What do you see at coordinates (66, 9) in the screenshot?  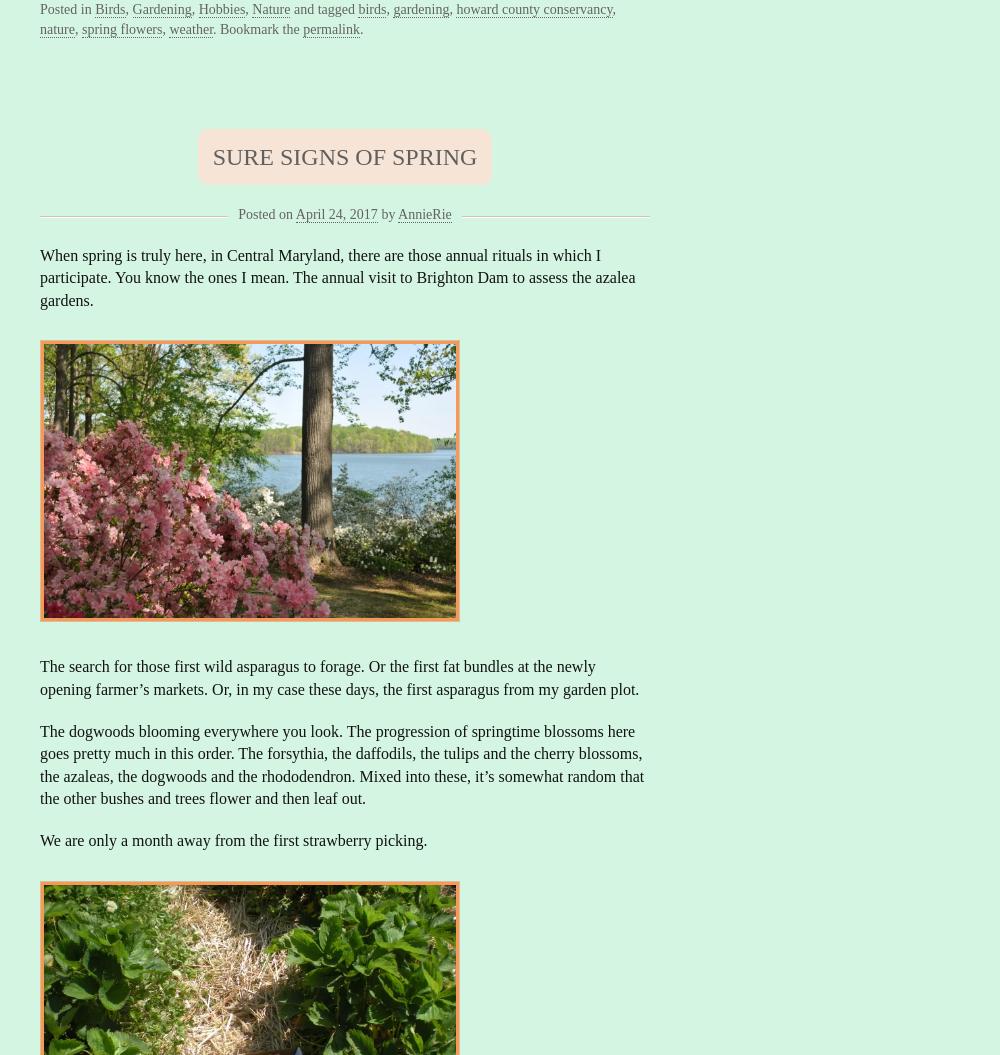 I see `'Posted in'` at bounding box center [66, 9].